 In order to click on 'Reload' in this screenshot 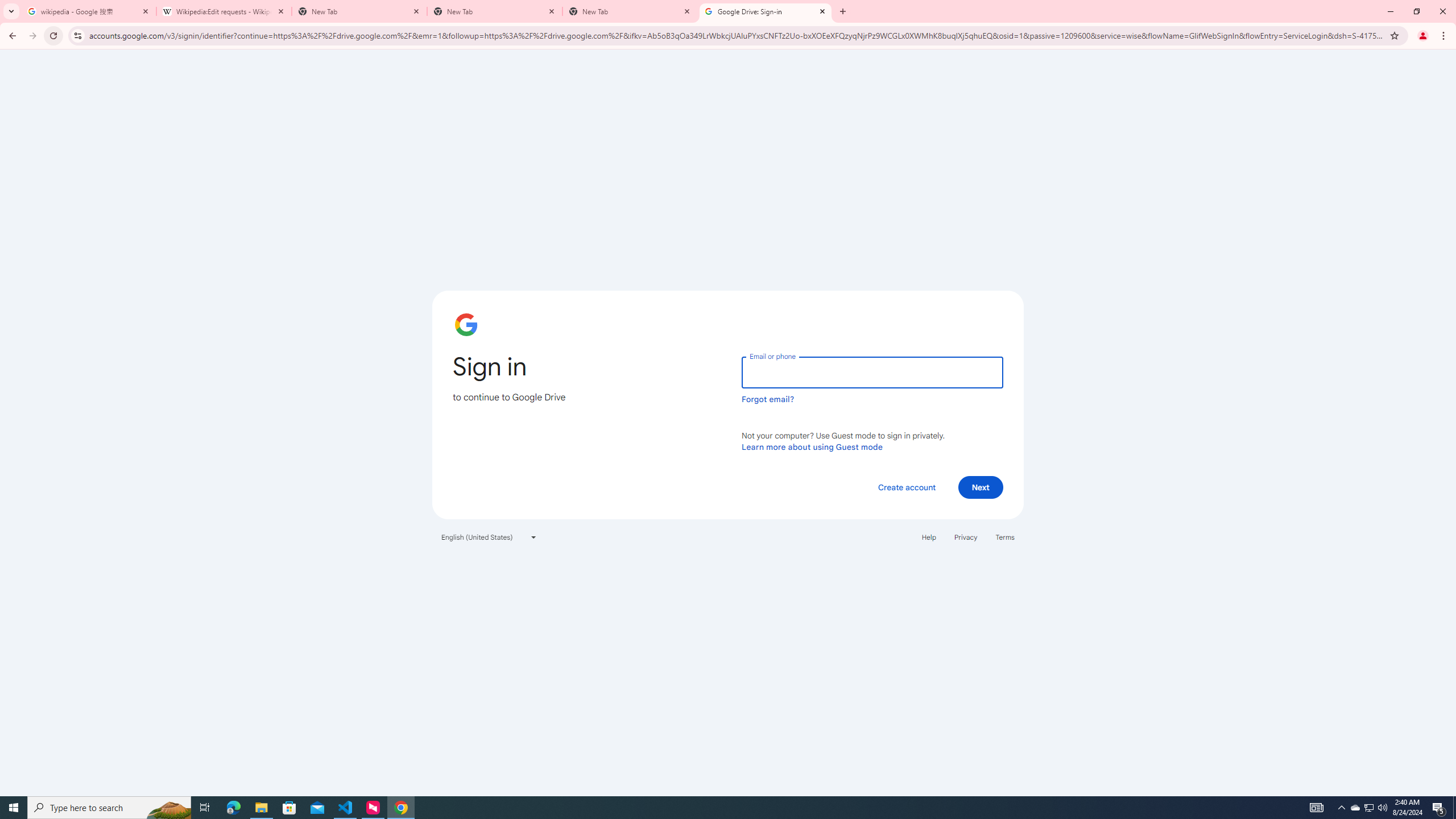, I will do `click(53, 35)`.